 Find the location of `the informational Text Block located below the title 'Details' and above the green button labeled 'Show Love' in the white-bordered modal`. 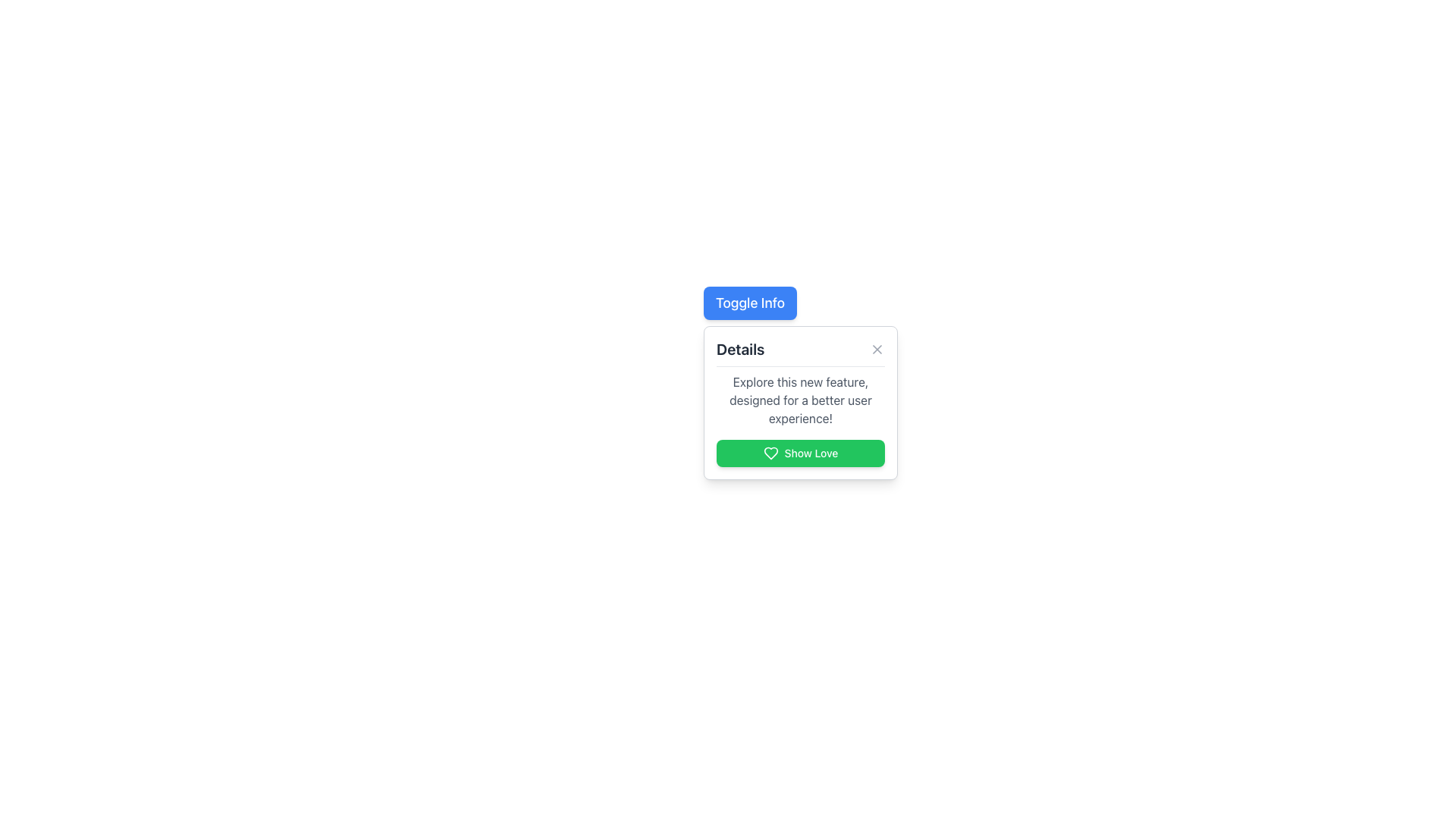

the informational Text Block located below the title 'Details' and above the green button labeled 'Show Love' in the white-bordered modal is located at coordinates (800, 420).